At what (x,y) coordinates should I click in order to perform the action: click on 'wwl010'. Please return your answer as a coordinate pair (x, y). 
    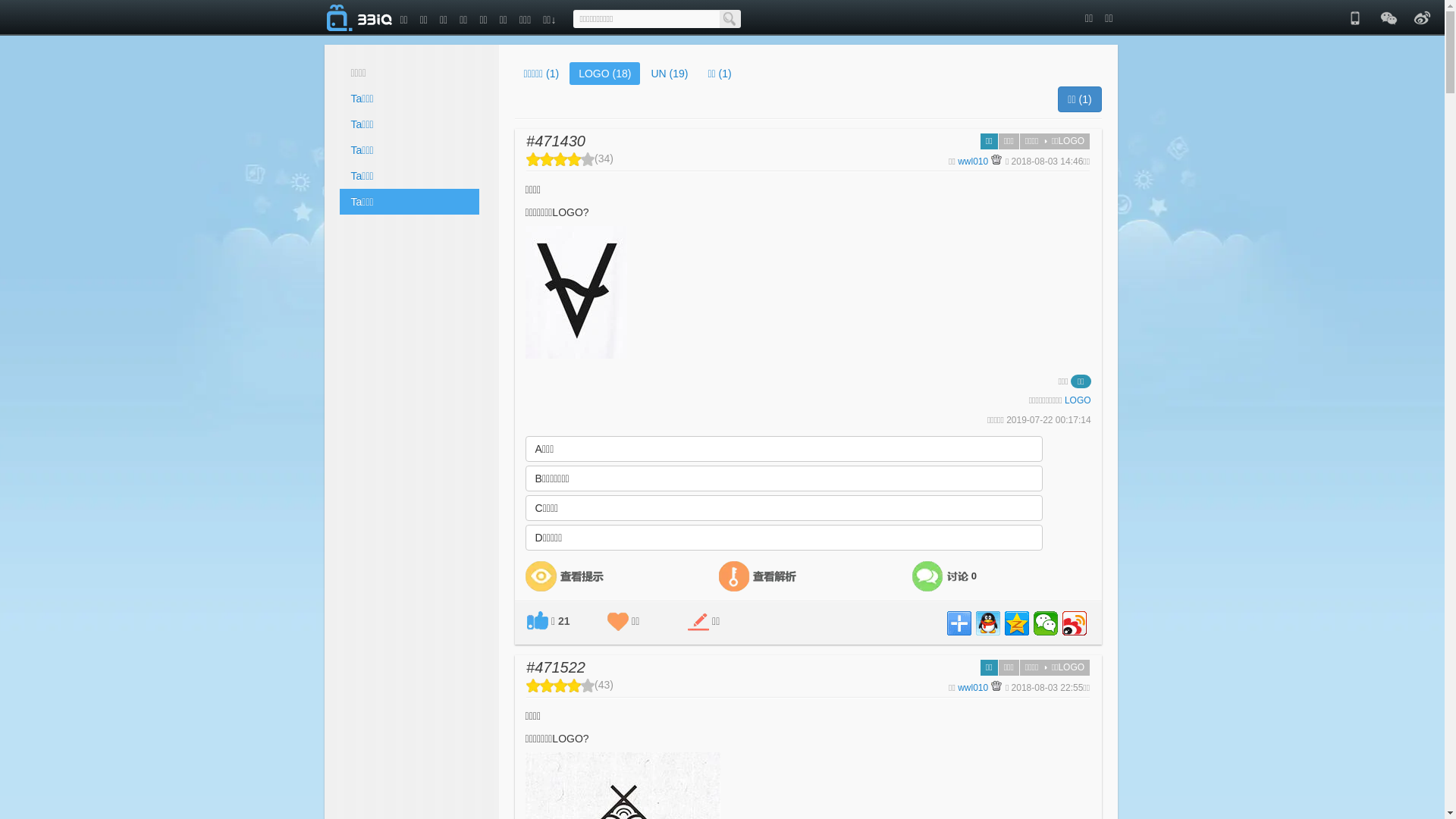
    Looking at the image, I should click on (972, 161).